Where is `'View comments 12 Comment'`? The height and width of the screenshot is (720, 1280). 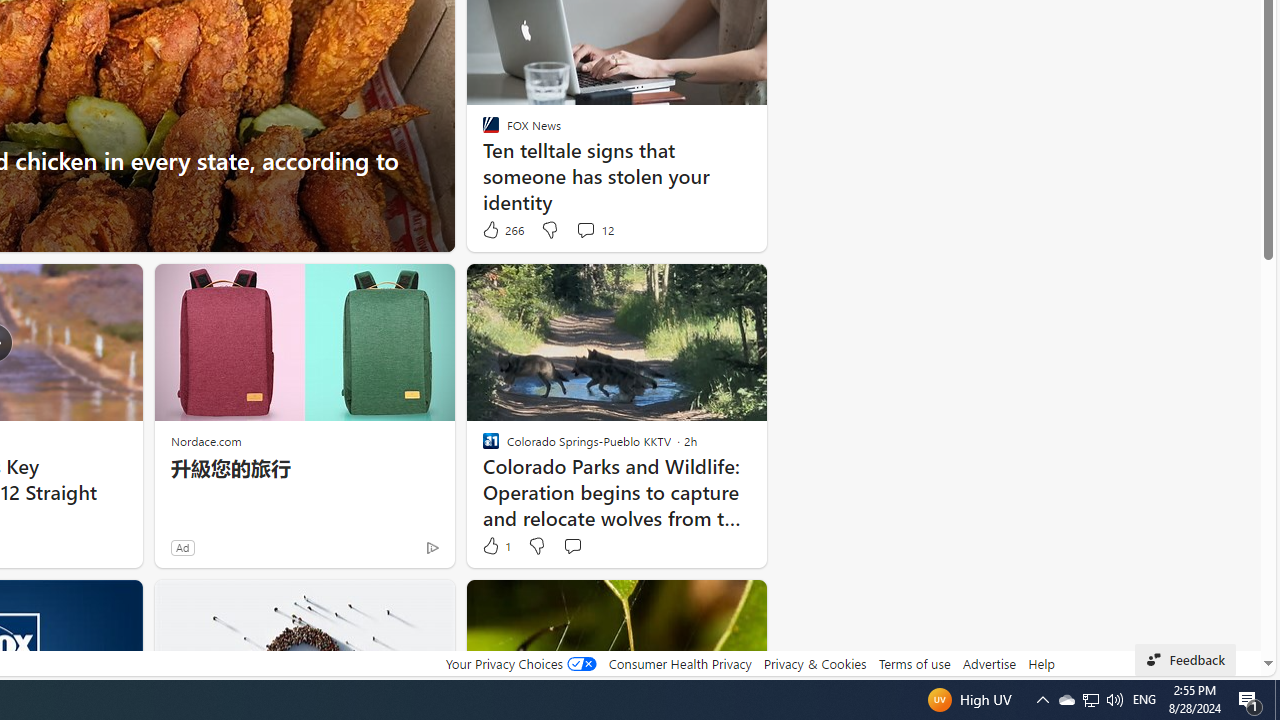
'View comments 12 Comment' is located at coordinates (584, 229).